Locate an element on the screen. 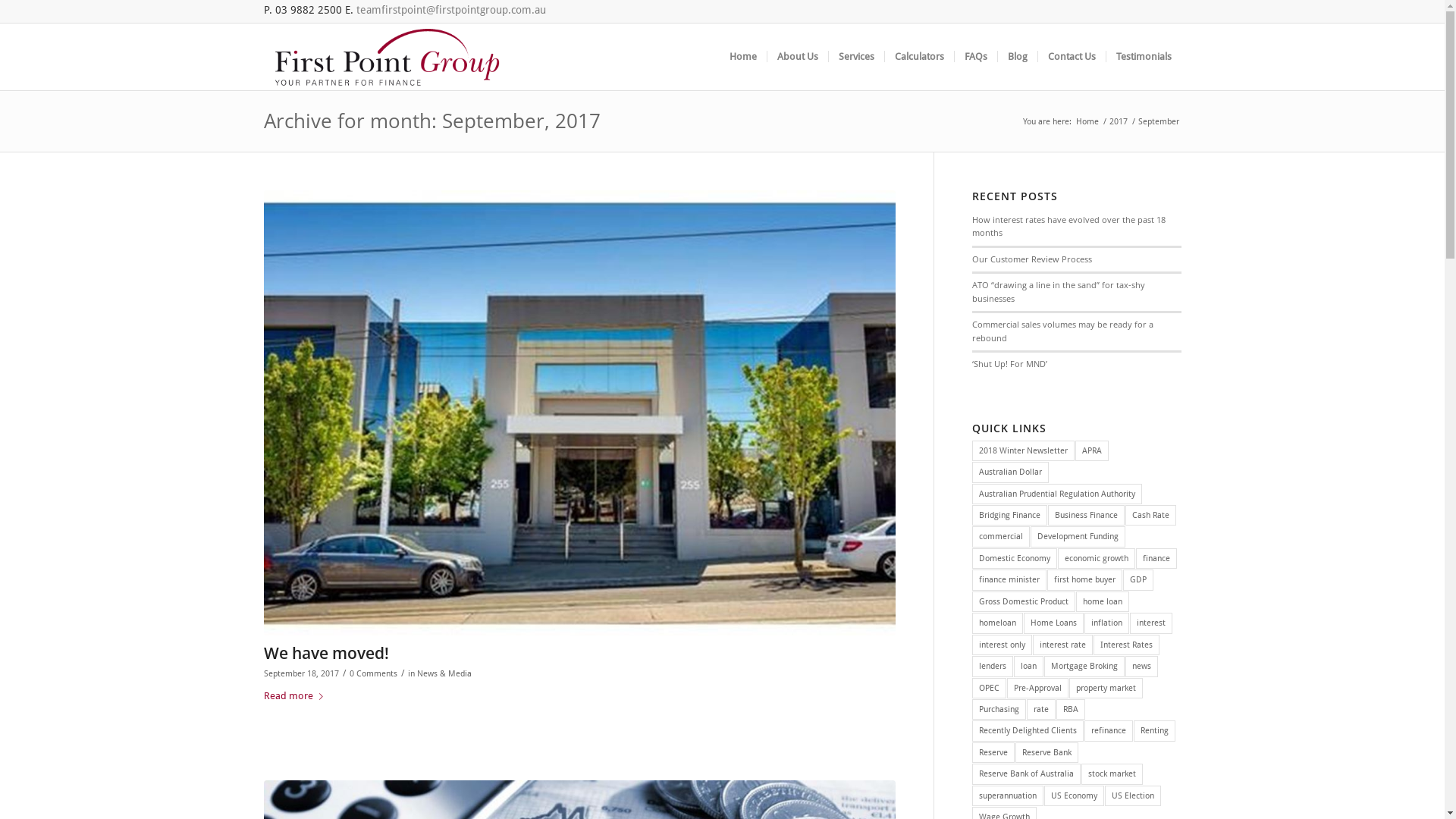  'inflation' is located at coordinates (1084, 623).